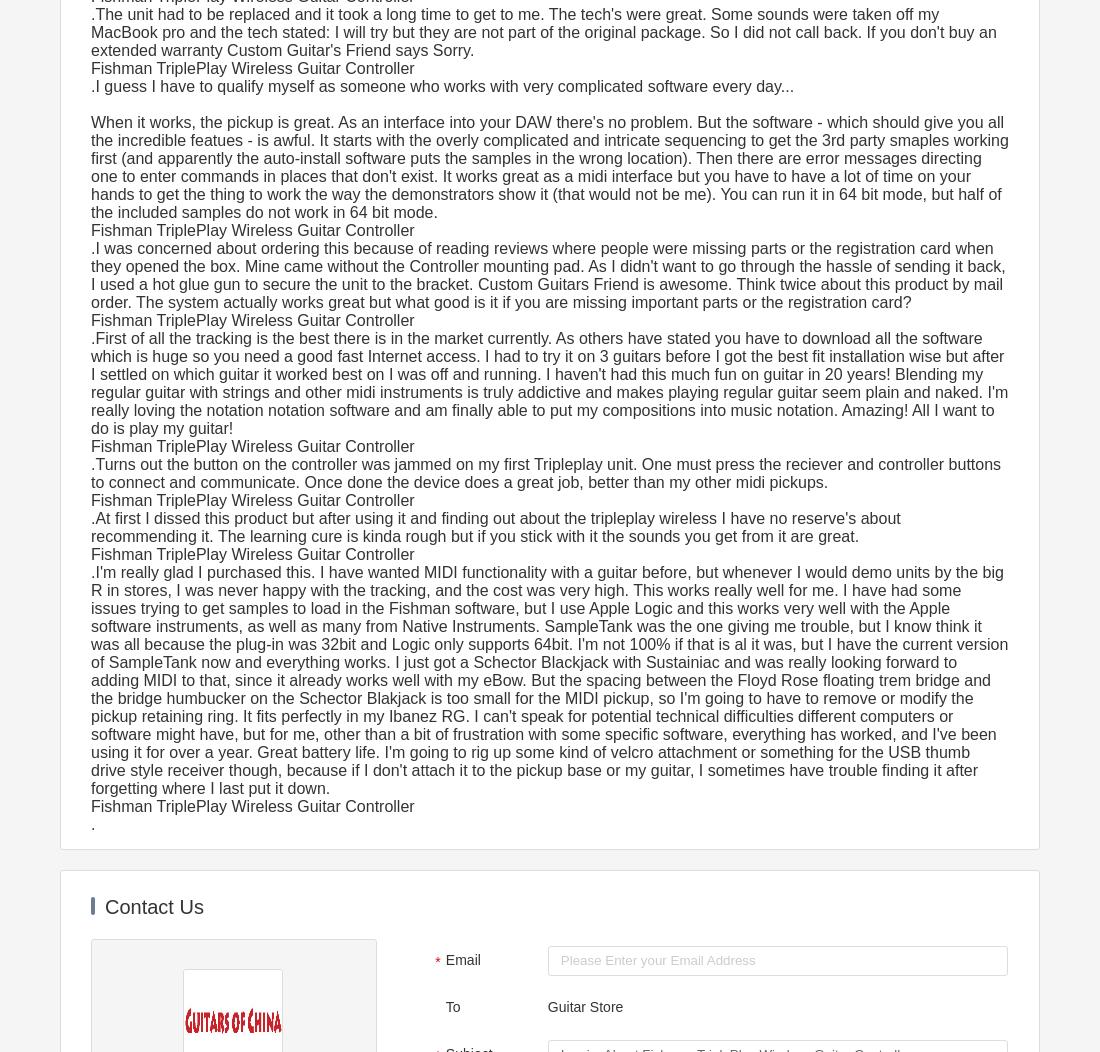  I want to click on 'Email', so click(461, 958).